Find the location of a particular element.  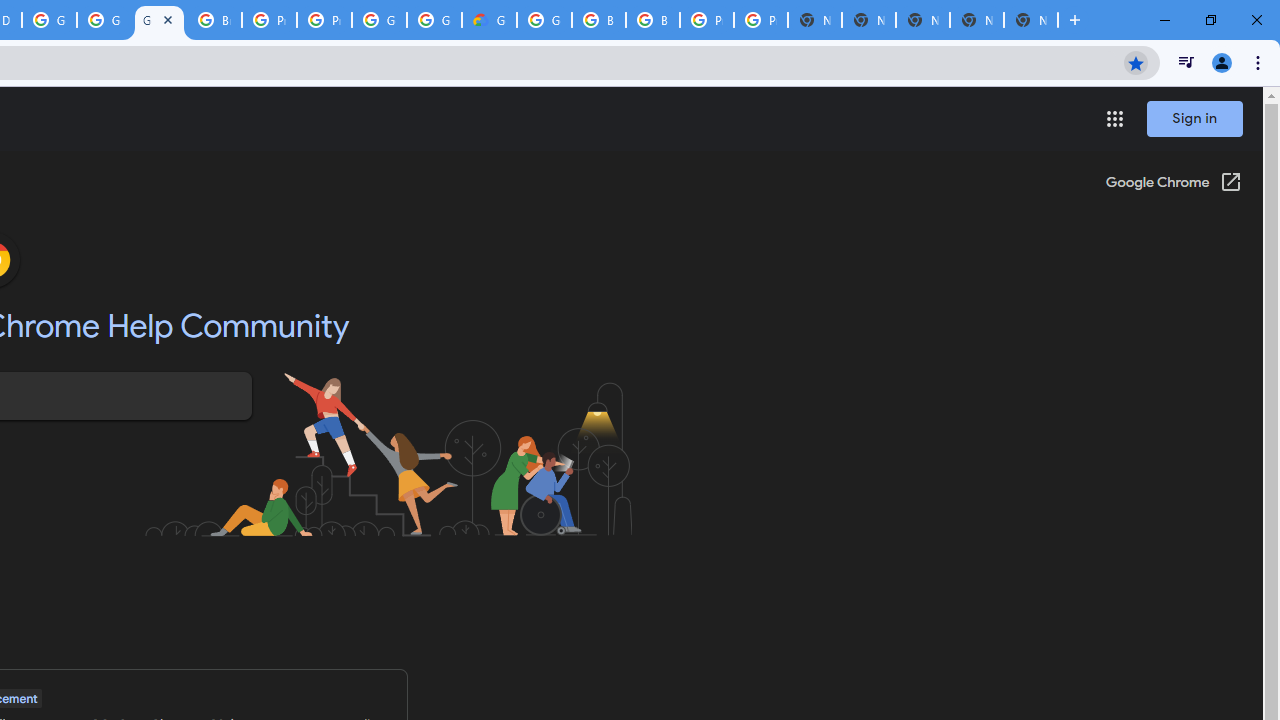

'New Tab' is located at coordinates (1031, 20).